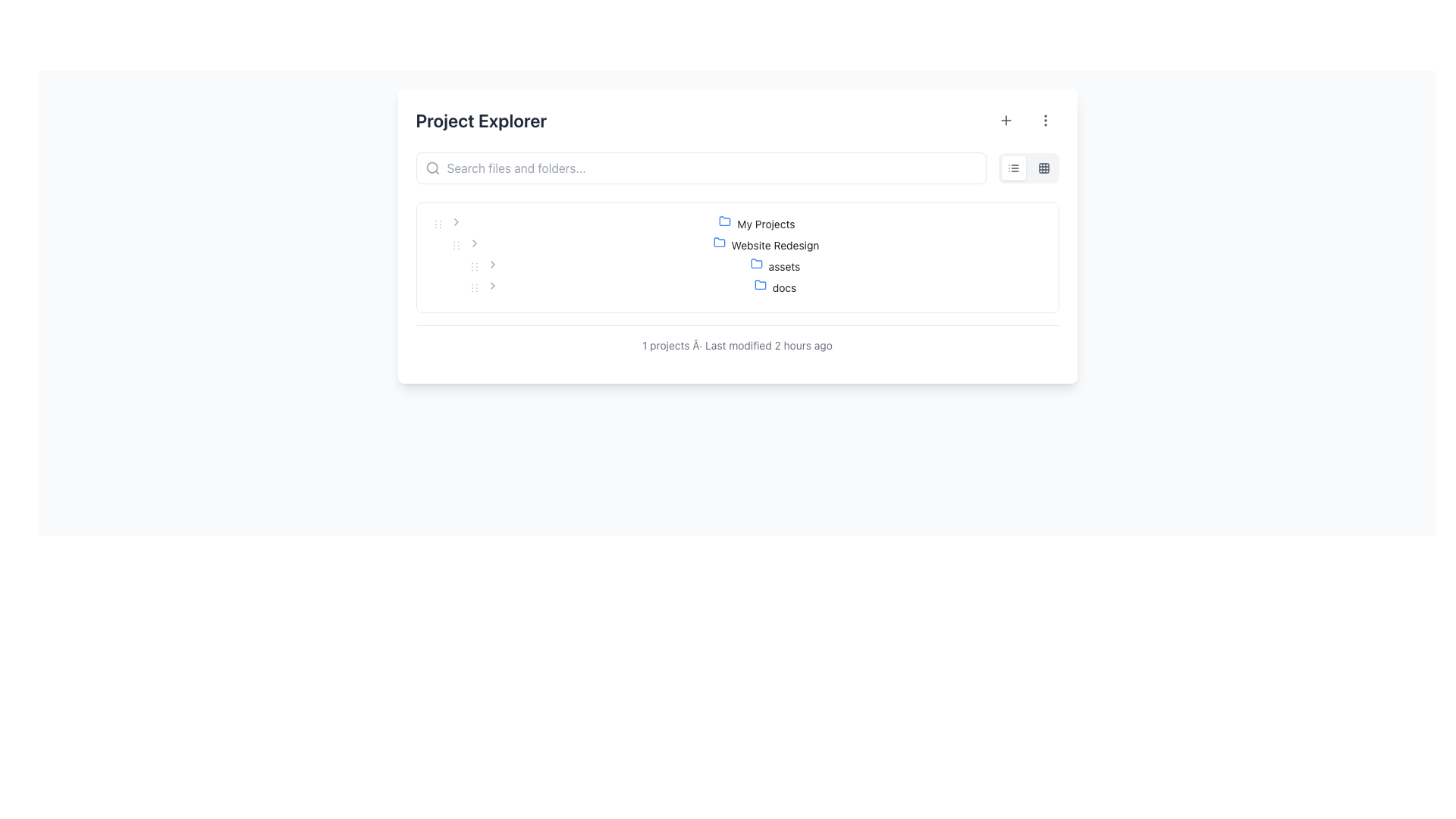  Describe the element at coordinates (775, 244) in the screenshot. I see `the text label displaying 'Website Redesign' associated with the folder icon` at that location.